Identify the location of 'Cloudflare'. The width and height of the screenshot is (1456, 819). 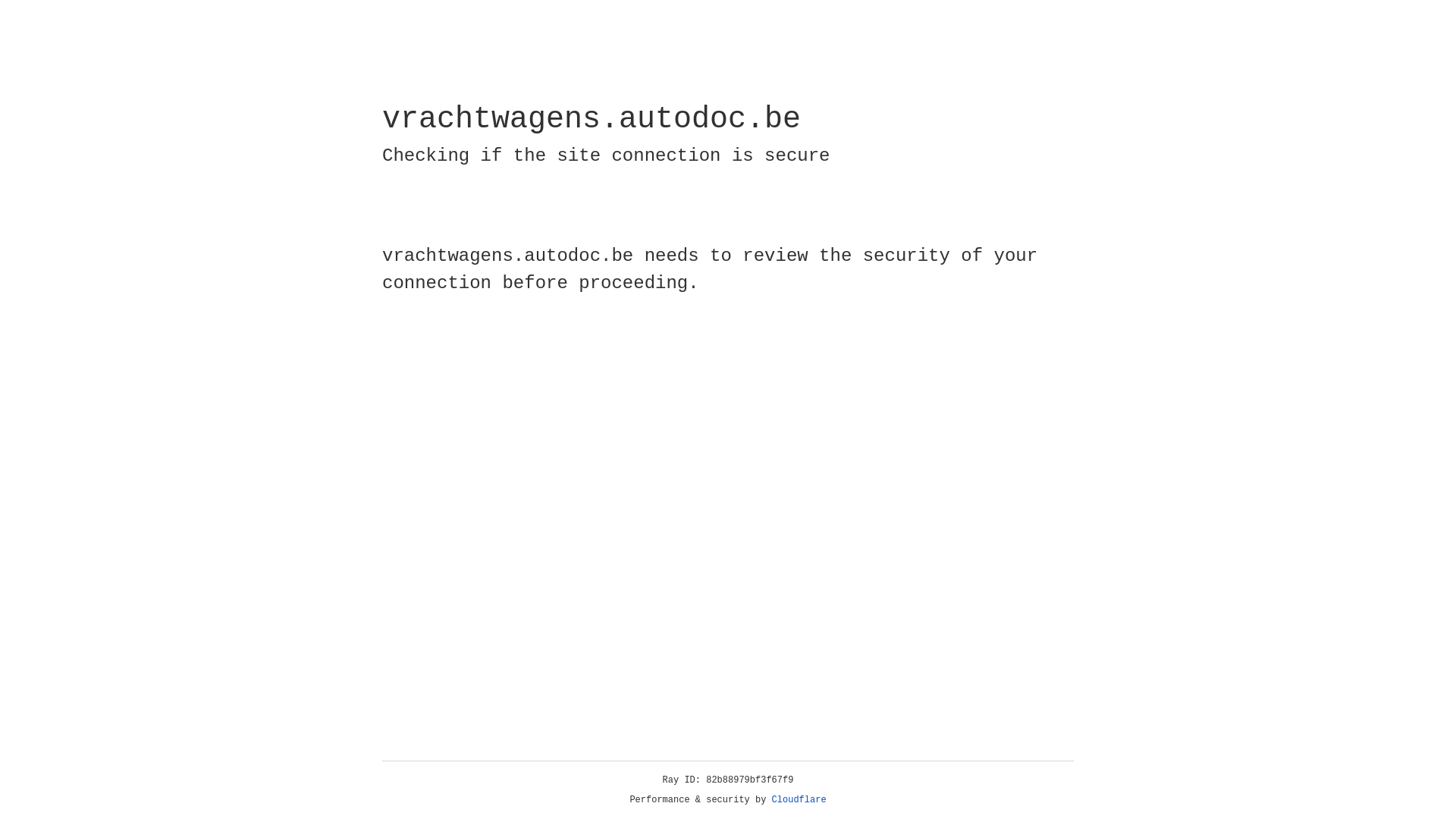
(799, 799).